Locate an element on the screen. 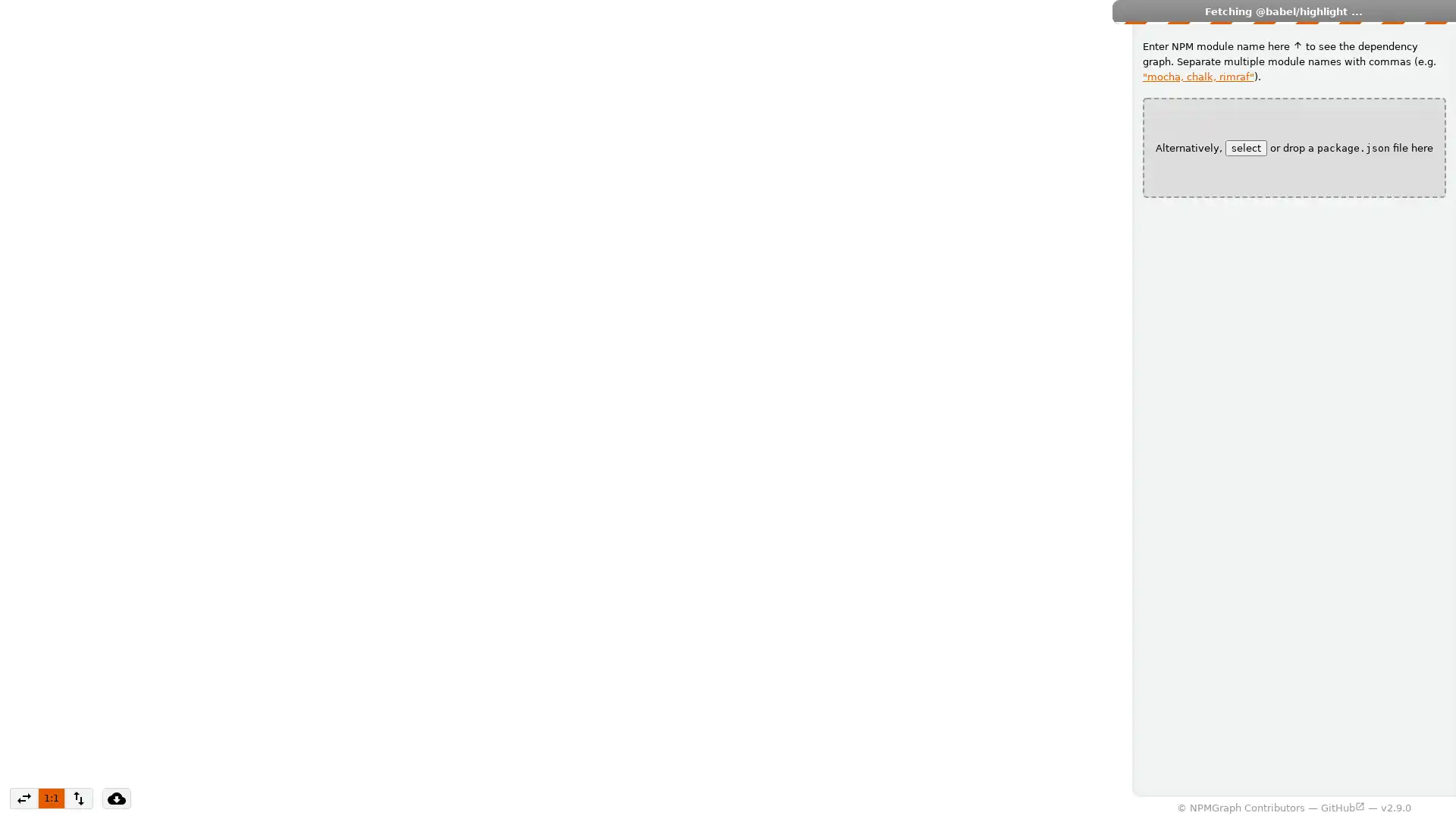 This screenshot has width=1456, height=819. swap_vert is located at coordinates (77, 797).